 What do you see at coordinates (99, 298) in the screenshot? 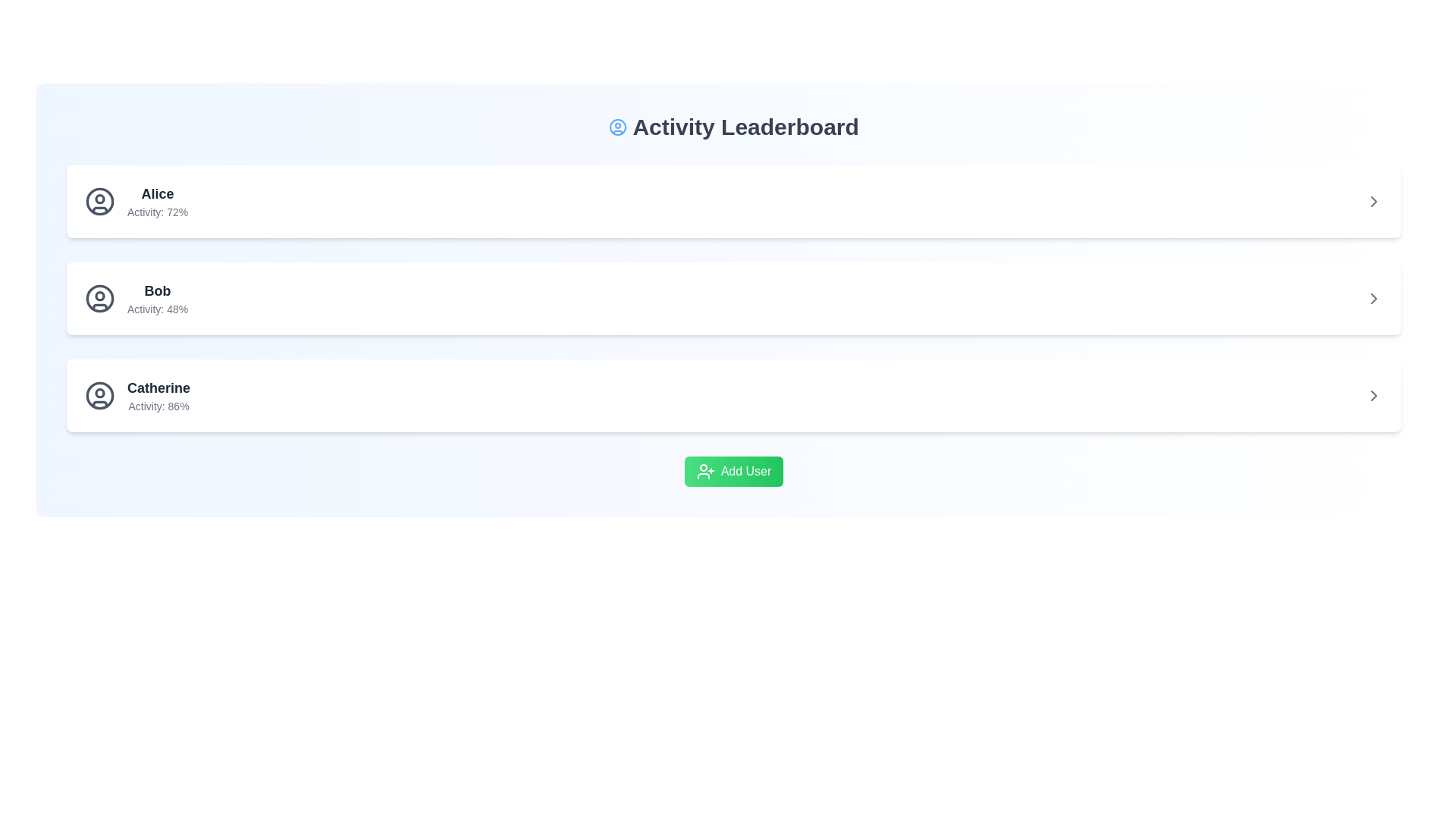
I see `the user icon representing 'Bob' located in the middle user card for reordering functionality` at bounding box center [99, 298].